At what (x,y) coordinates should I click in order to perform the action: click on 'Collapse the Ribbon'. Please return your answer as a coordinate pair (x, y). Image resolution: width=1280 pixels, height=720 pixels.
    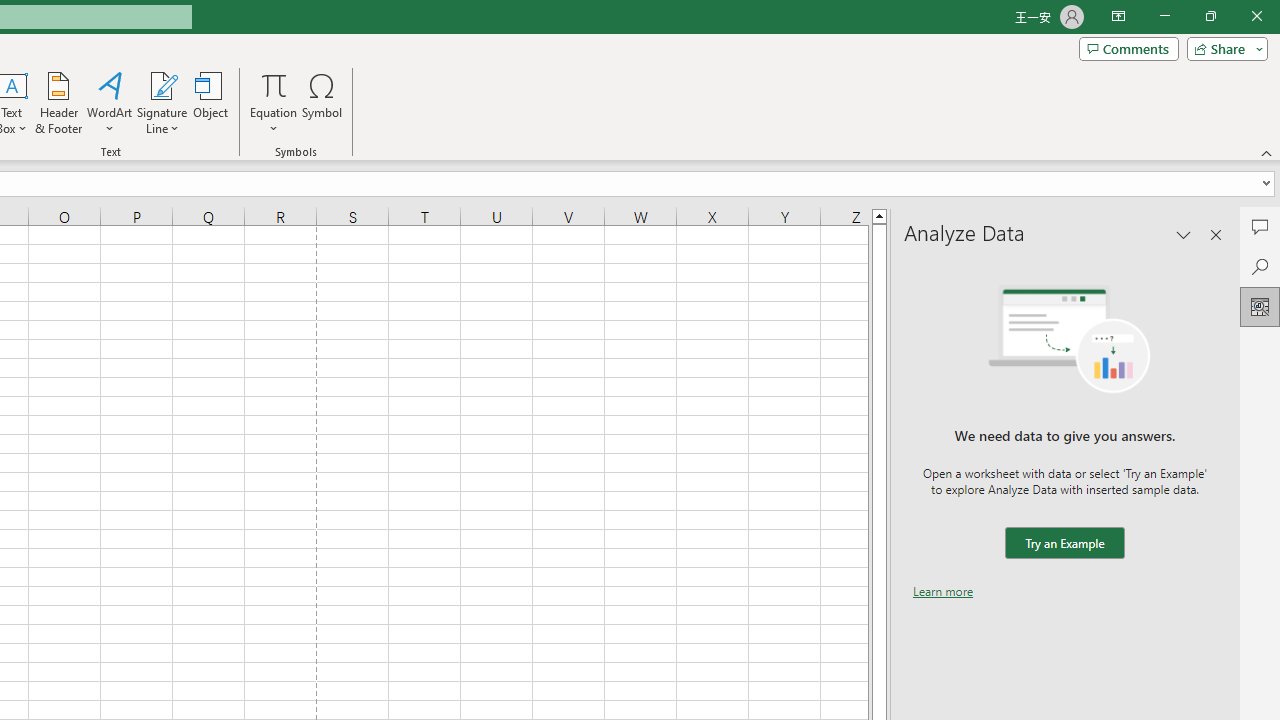
    Looking at the image, I should click on (1266, 152).